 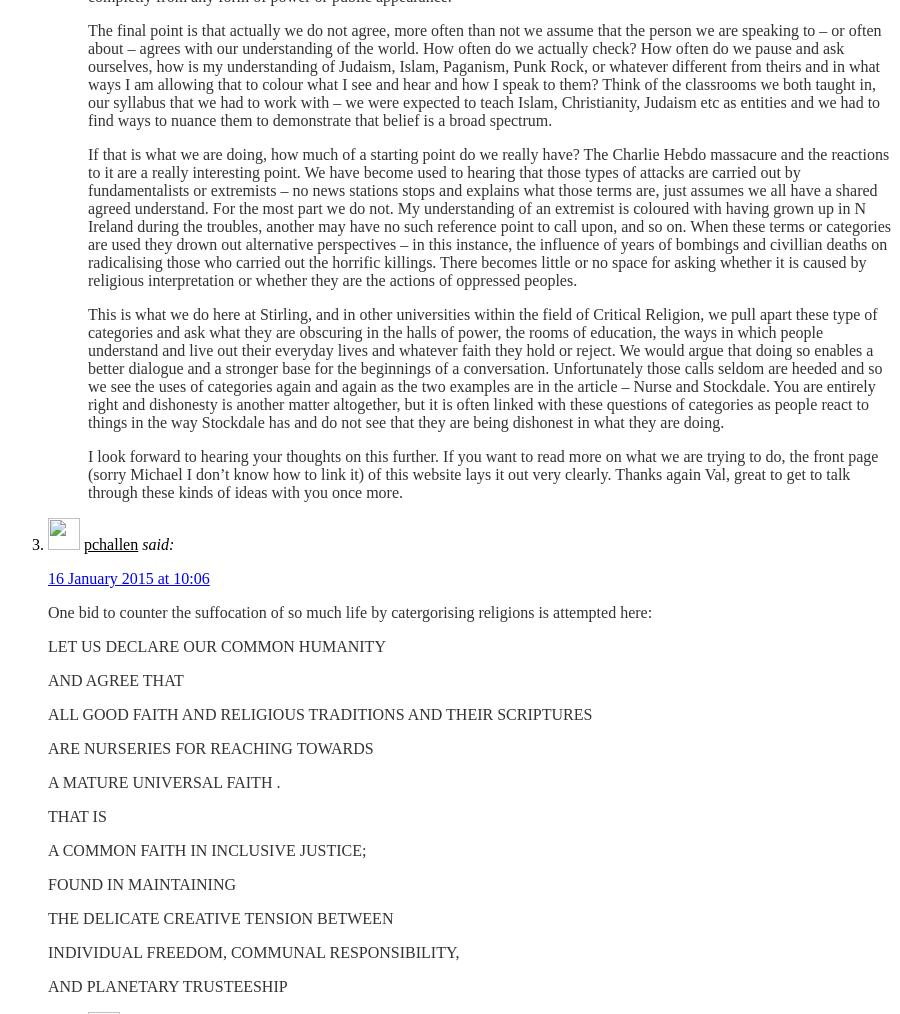 I want to click on 'THAT IS', so click(x=76, y=816).